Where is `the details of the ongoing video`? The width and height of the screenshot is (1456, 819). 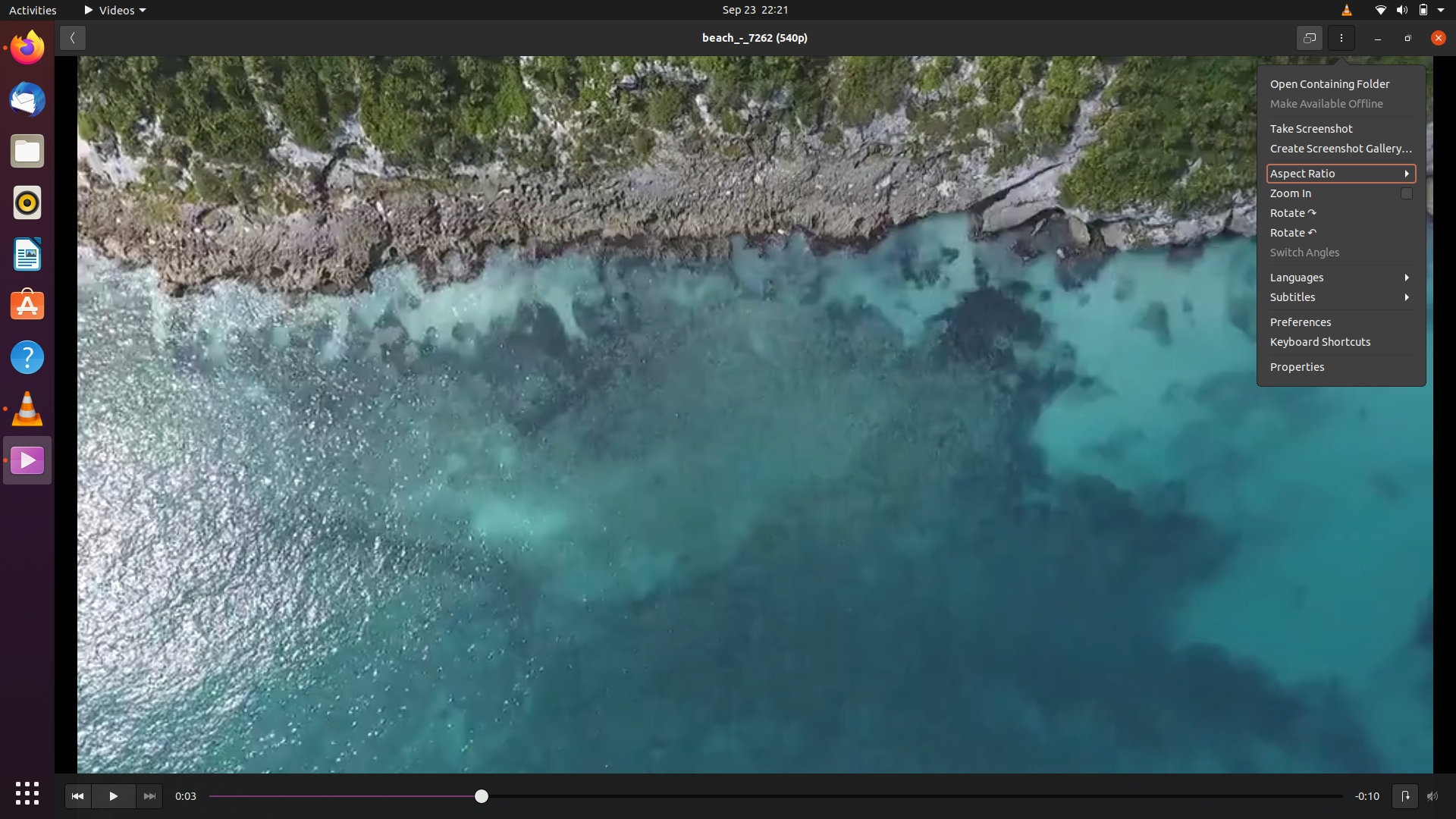
the details of the ongoing video is located at coordinates (1343, 368).